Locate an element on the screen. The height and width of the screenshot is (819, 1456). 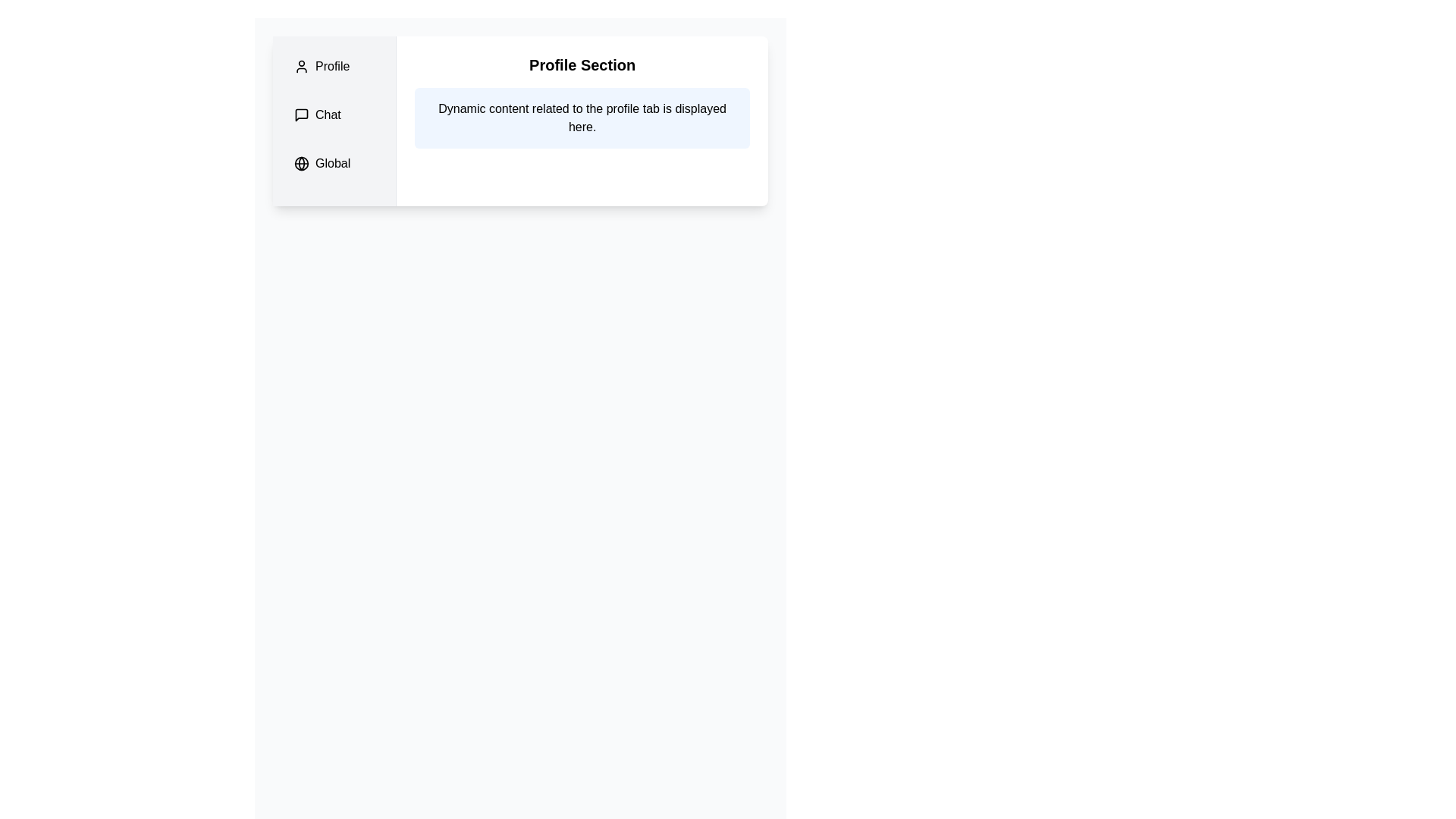
the SVG Circle that represents the 'Global' icon, located in the left sidebar between 'Chat' and 'Profile' is located at coordinates (302, 164).